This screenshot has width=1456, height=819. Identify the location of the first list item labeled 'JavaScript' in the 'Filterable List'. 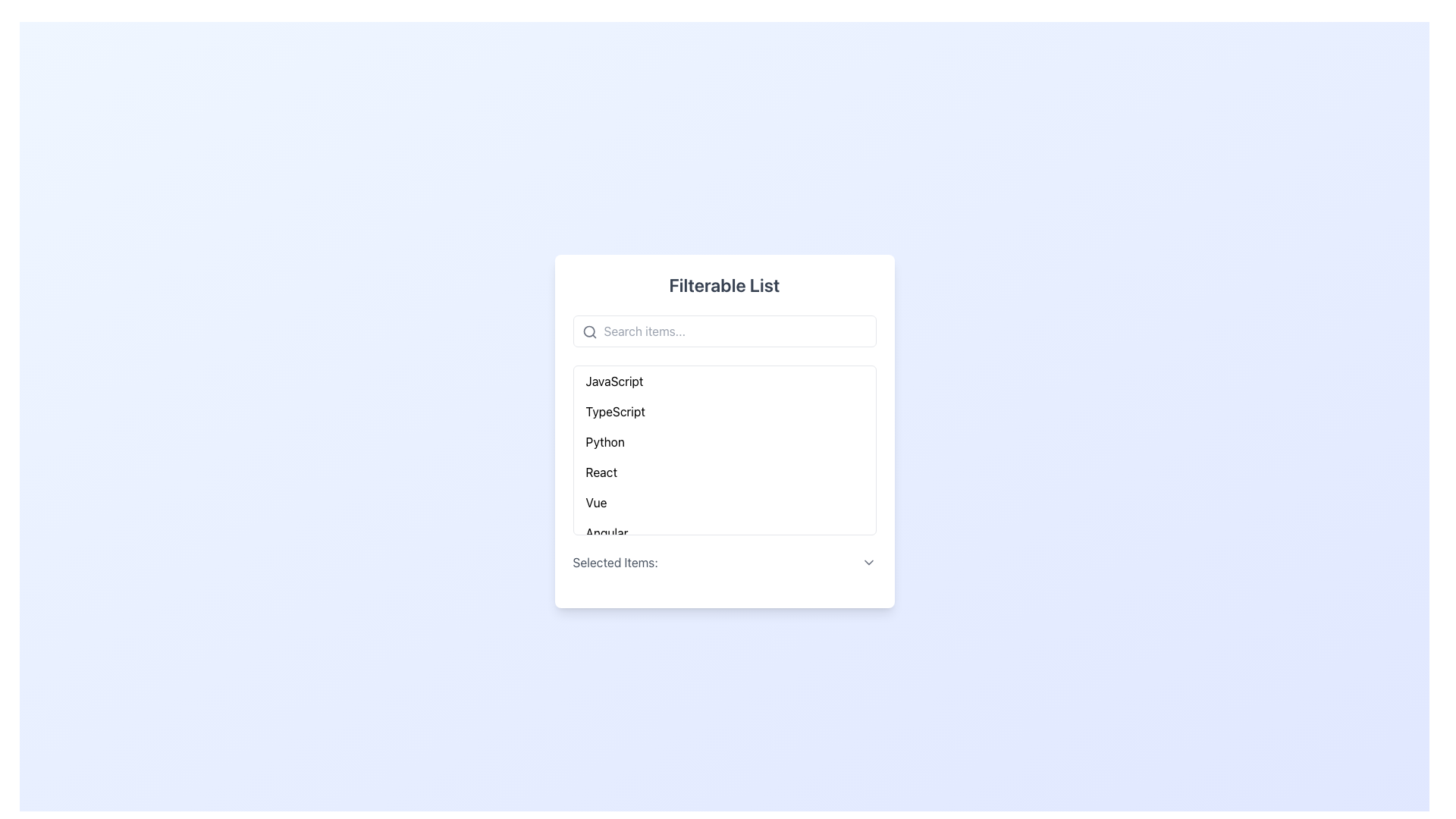
(614, 380).